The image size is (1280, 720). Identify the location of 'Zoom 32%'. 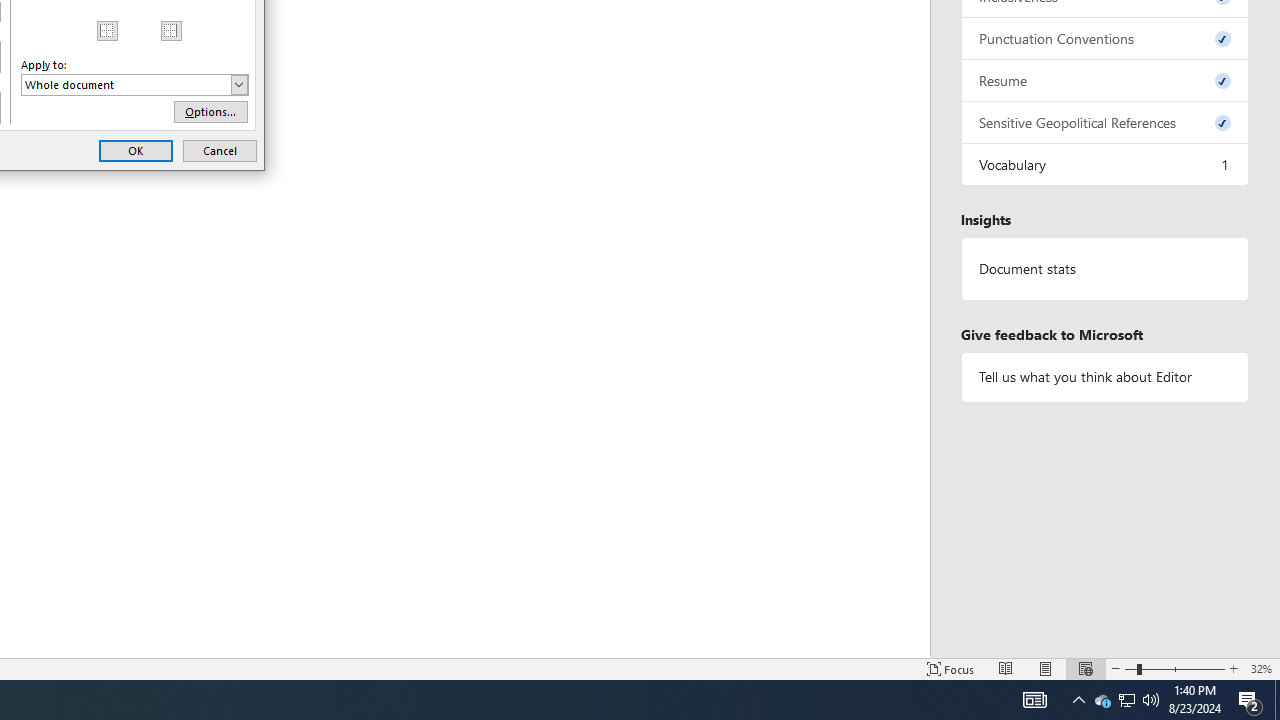
(1260, 669).